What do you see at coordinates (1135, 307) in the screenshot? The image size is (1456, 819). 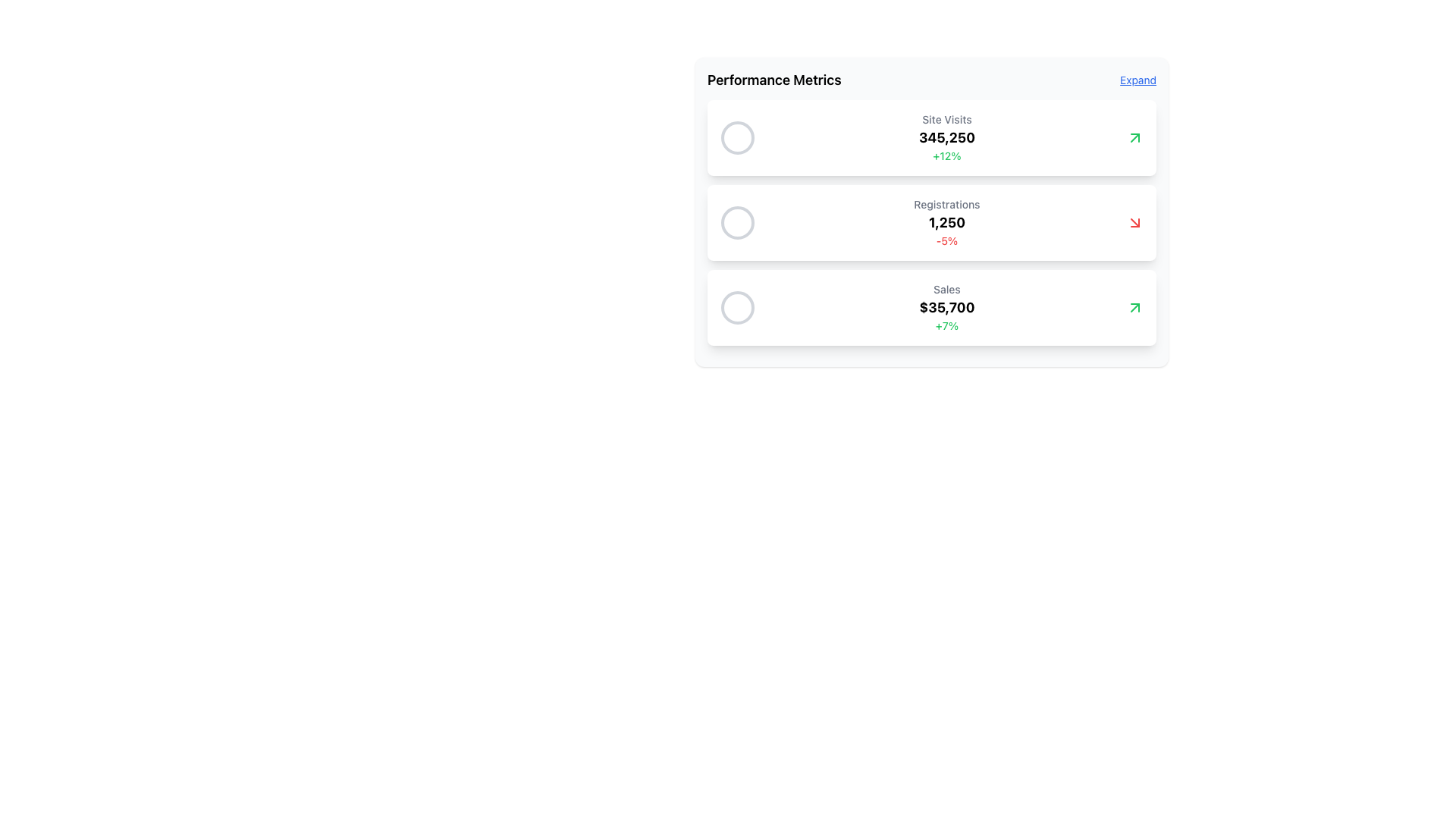 I see `the positive trend represented by the green upward-right arrow icon located at the far right of the 'Sales' card, specifically at the end of the list item showing '$35,700 +7%'` at bounding box center [1135, 307].